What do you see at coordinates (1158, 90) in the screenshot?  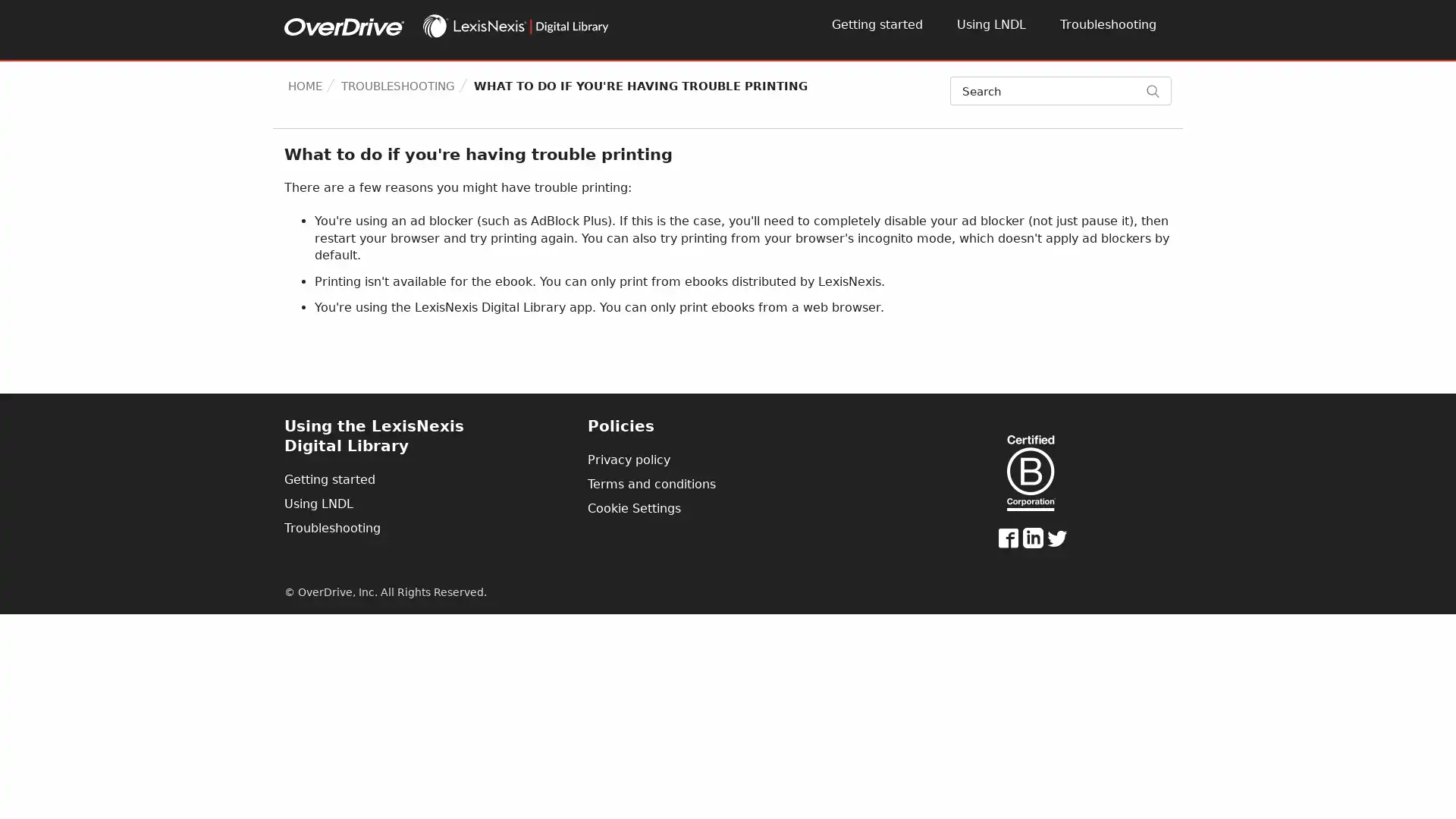 I see `Search` at bounding box center [1158, 90].